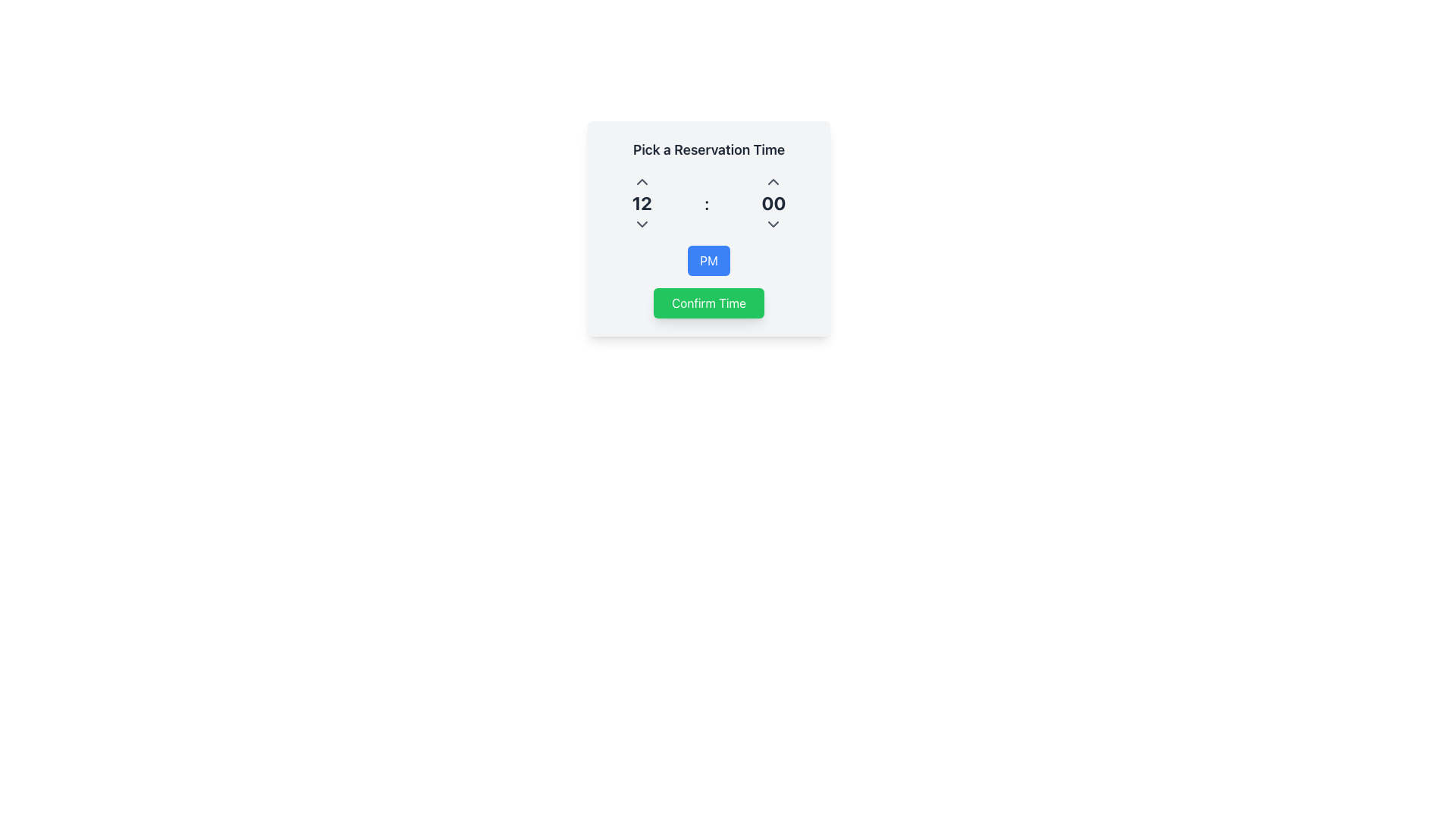 This screenshot has height=819, width=1456. I want to click on the rectangular button with rounded corners, blue background, and white text displaying 'PM', so click(708, 259).